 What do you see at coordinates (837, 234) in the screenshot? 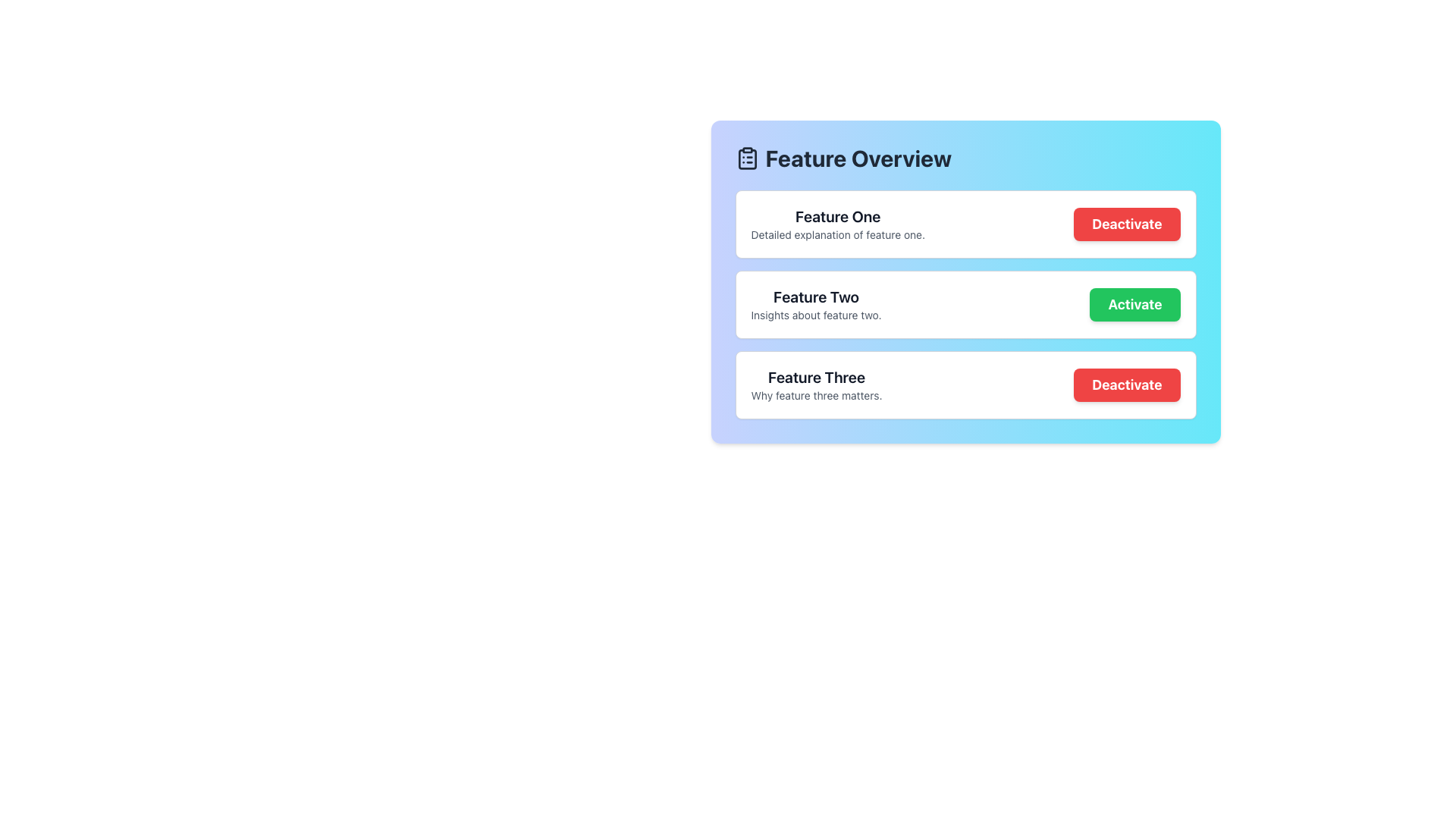
I see `the text snippet reading 'Detailed explanation of feature one.' which is styled in gray color and located beneath the heading 'Feature One.'` at bounding box center [837, 234].